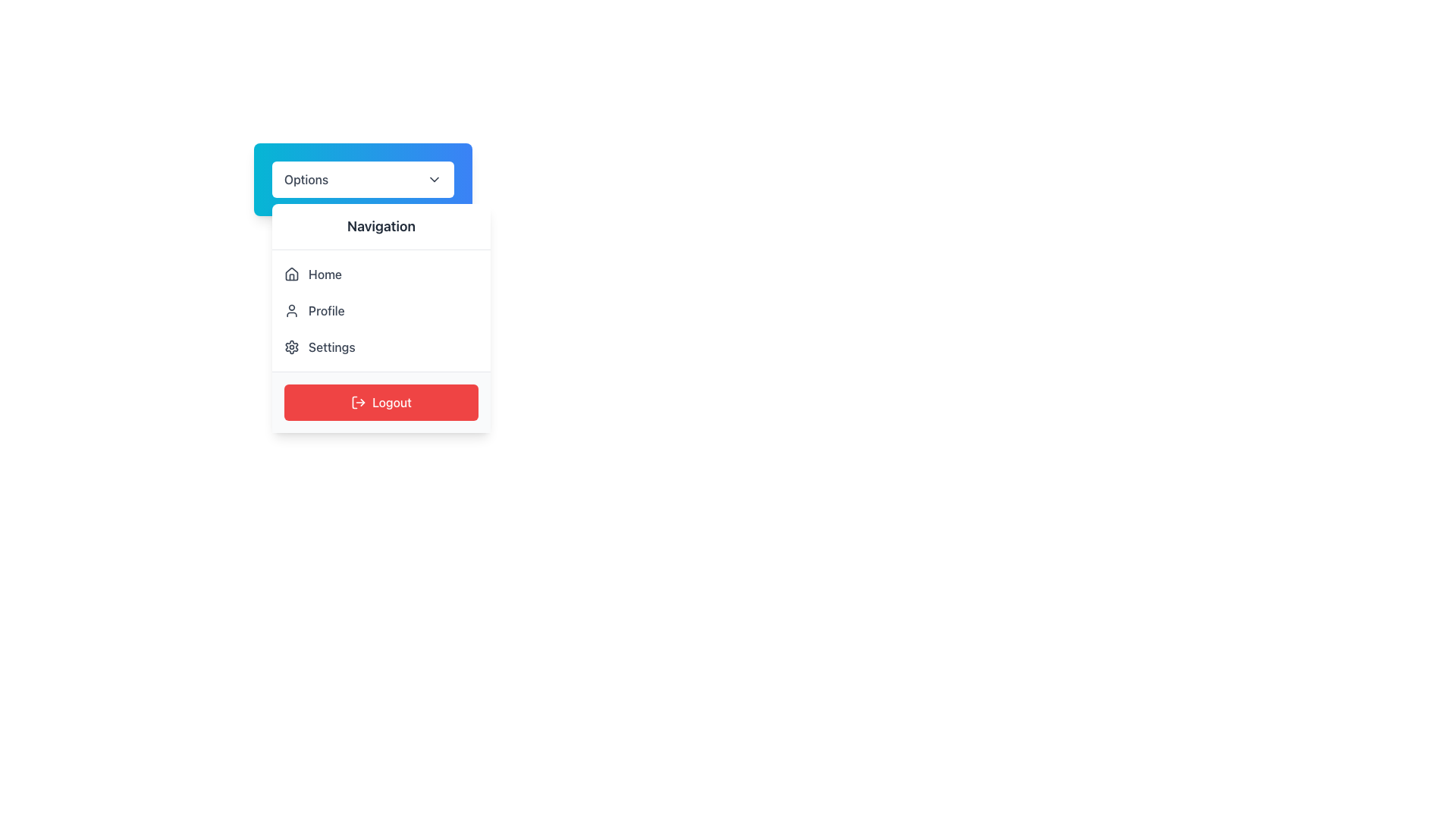 The image size is (1456, 819). Describe the element at coordinates (291, 309) in the screenshot. I see `the small profile icon styled as an outline of a person inside a circle, located beside the text 'Profile' in the 'Profile' menu entry` at that location.